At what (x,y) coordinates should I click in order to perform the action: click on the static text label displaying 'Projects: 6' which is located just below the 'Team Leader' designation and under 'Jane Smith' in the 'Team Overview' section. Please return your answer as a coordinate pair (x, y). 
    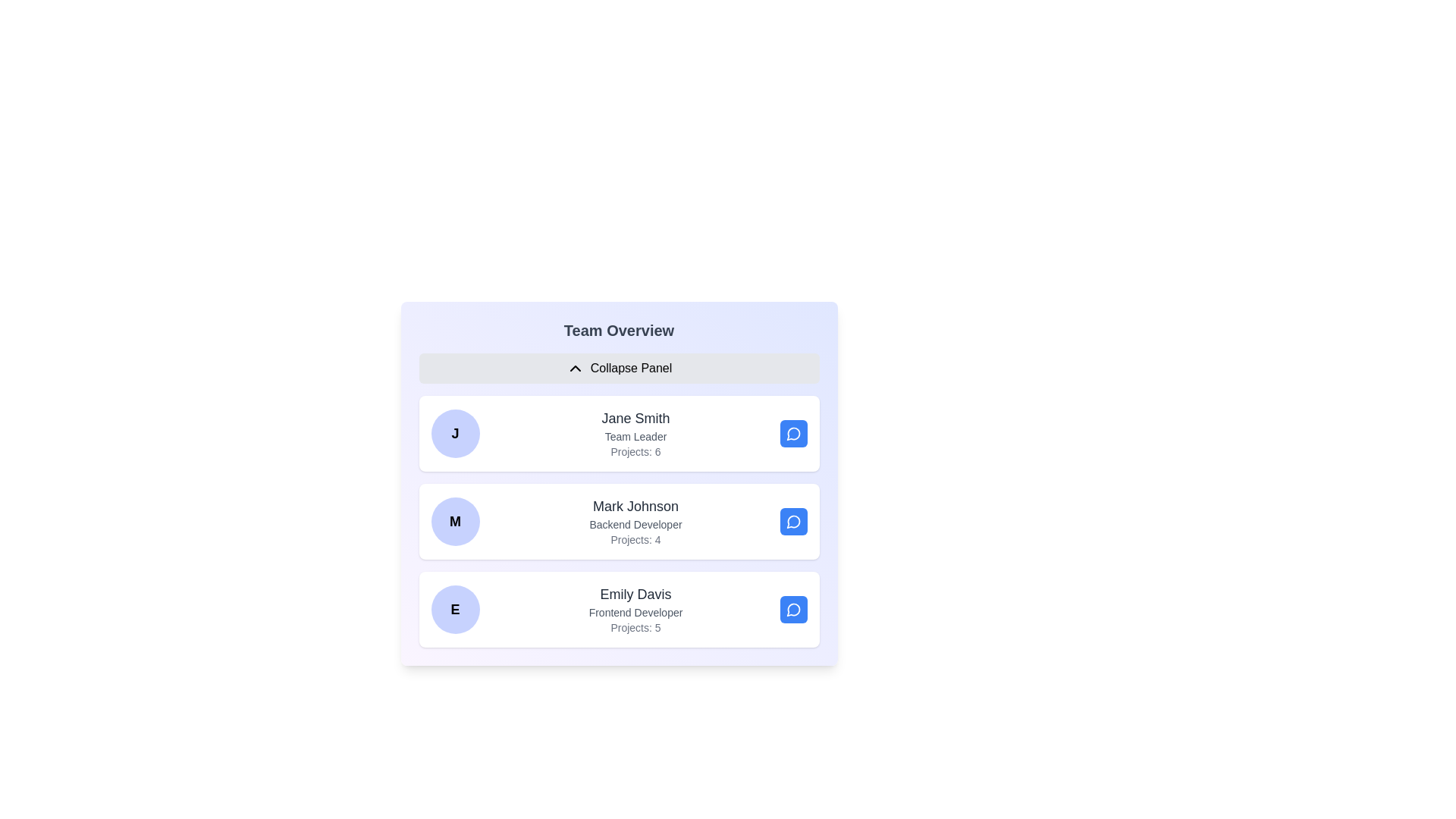
    Looking at the image, I should click on (635, 451).